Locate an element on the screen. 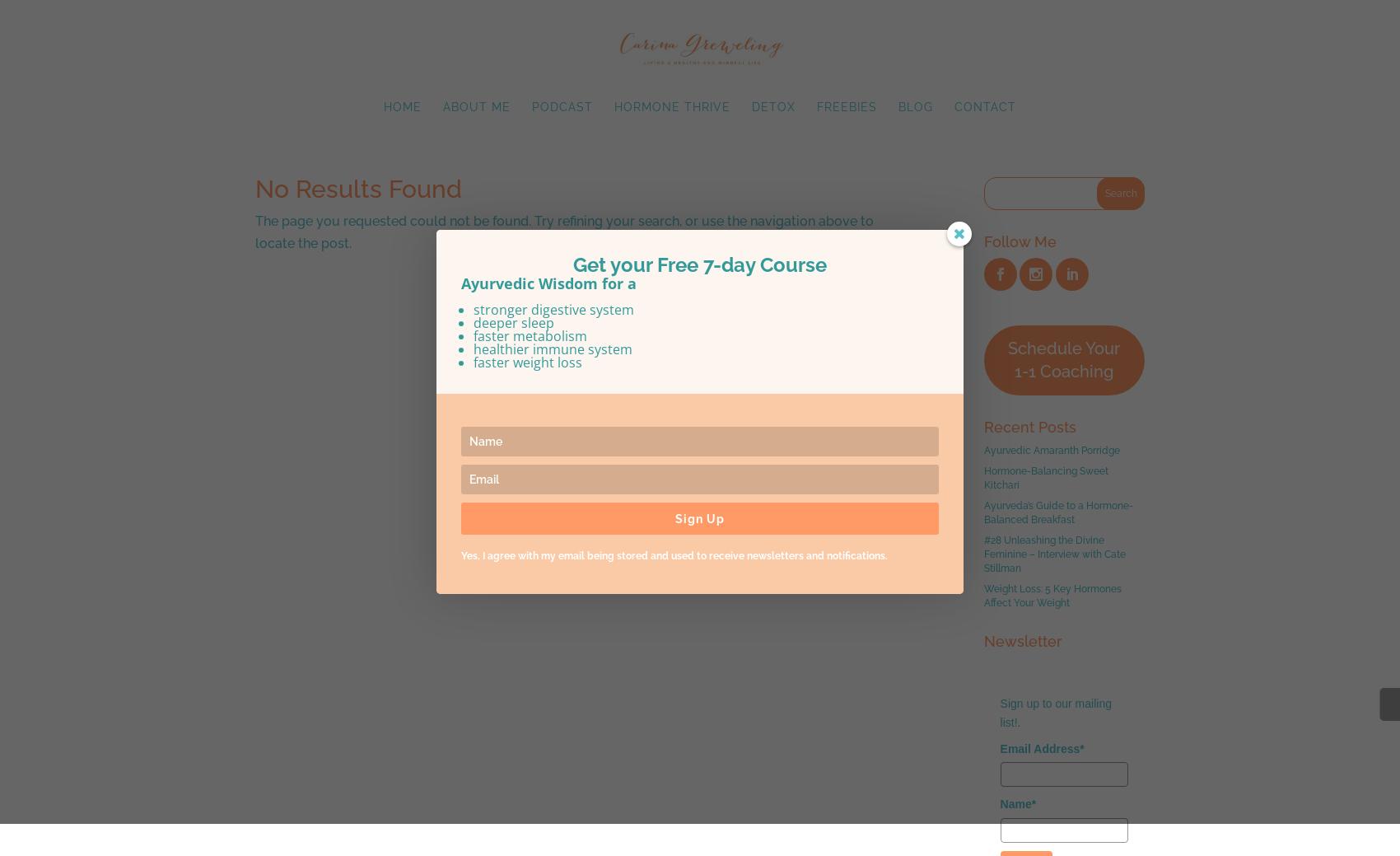 This screenshot has width=1400, height=856. 'Hormone-Balancing Sweet Kitchari' is located at coordinates (1044, 478).